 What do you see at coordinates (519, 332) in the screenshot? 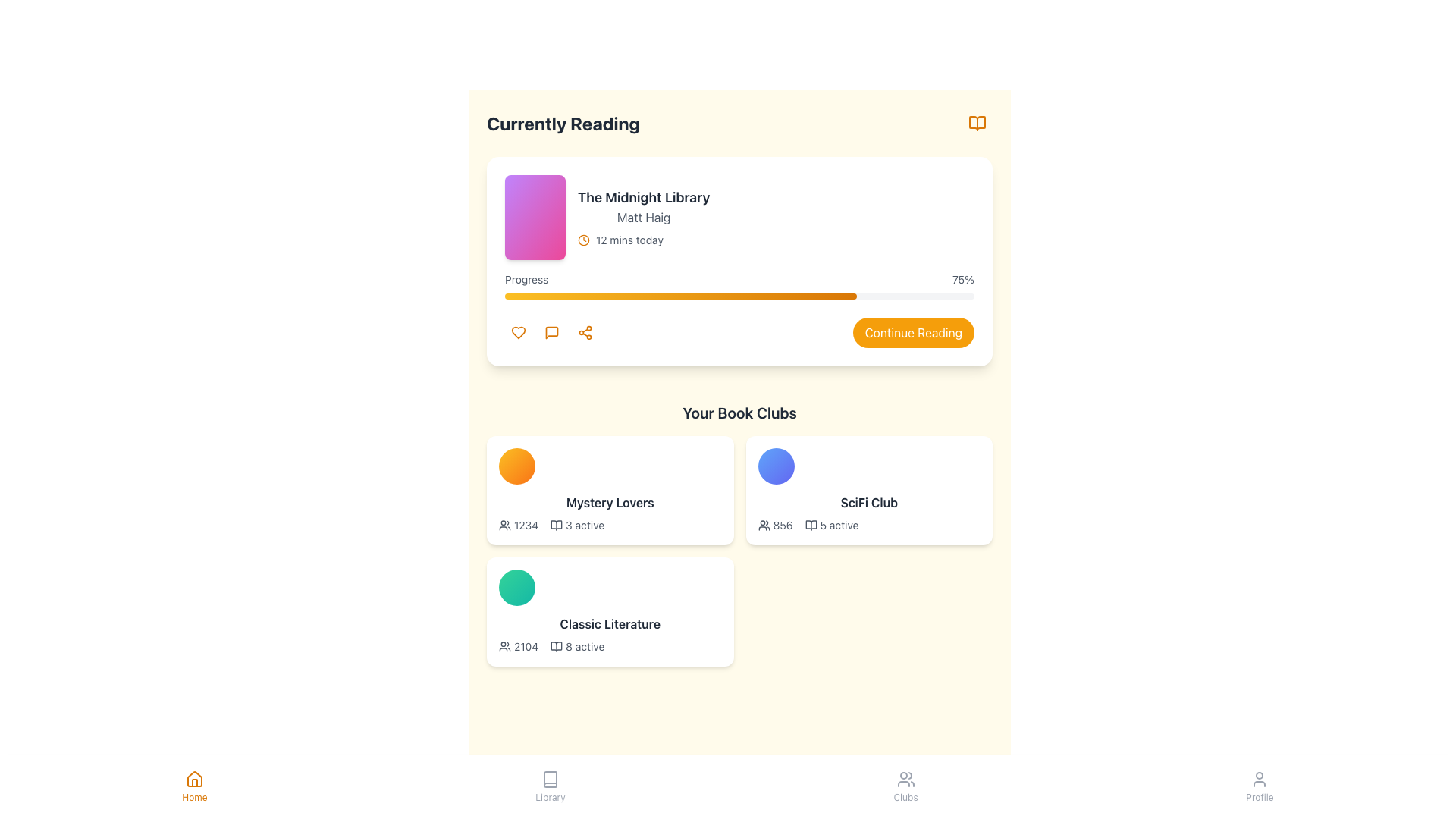
I see `the heart icon located in the 'Currently Reading' card, positioned near the bottom-left corner below the progress bar to like or favorite the item` at bounding box center [519, 332].